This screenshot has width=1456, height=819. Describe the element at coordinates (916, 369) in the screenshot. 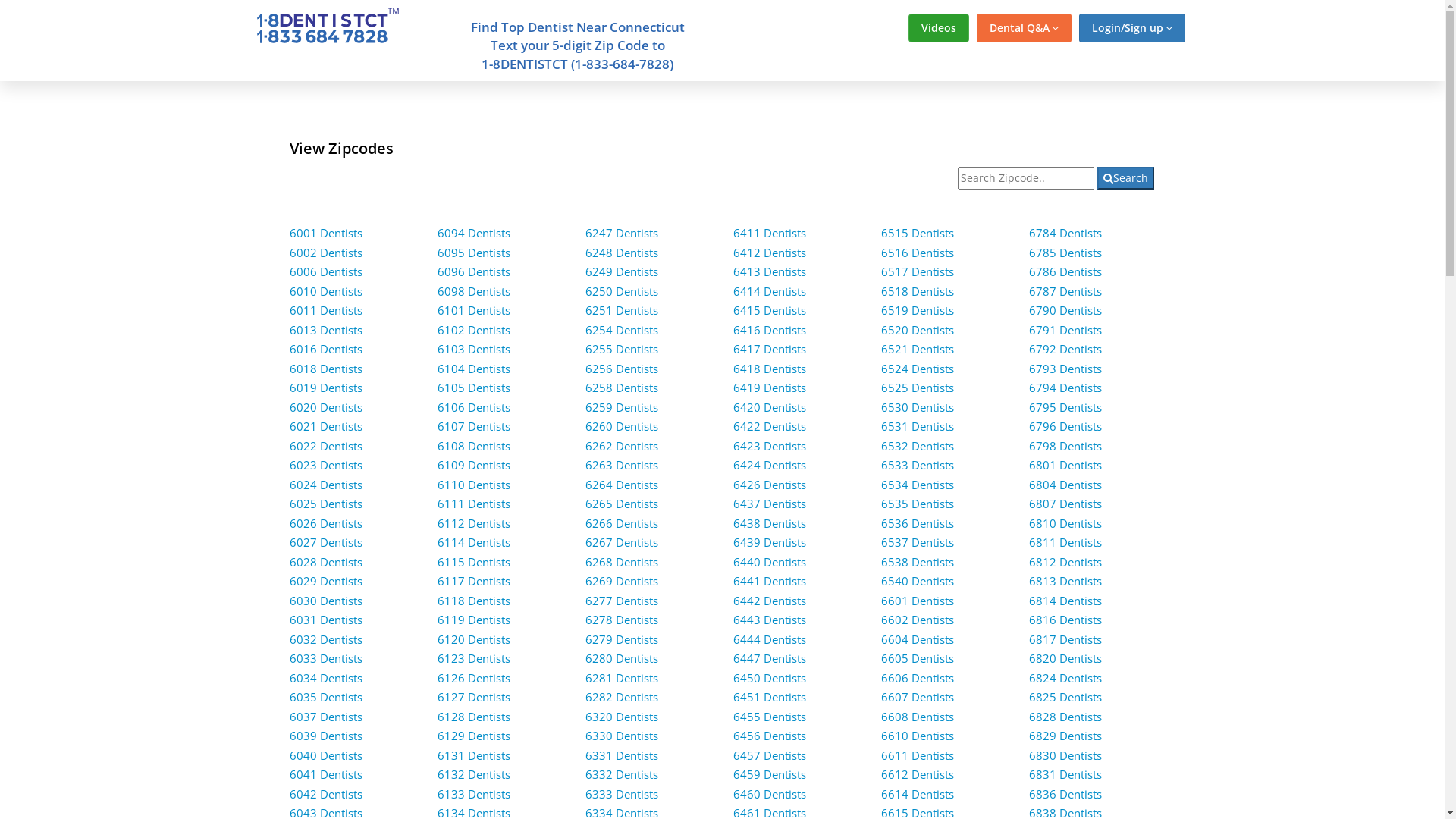

I see `'6524 Dentists'` at that location.